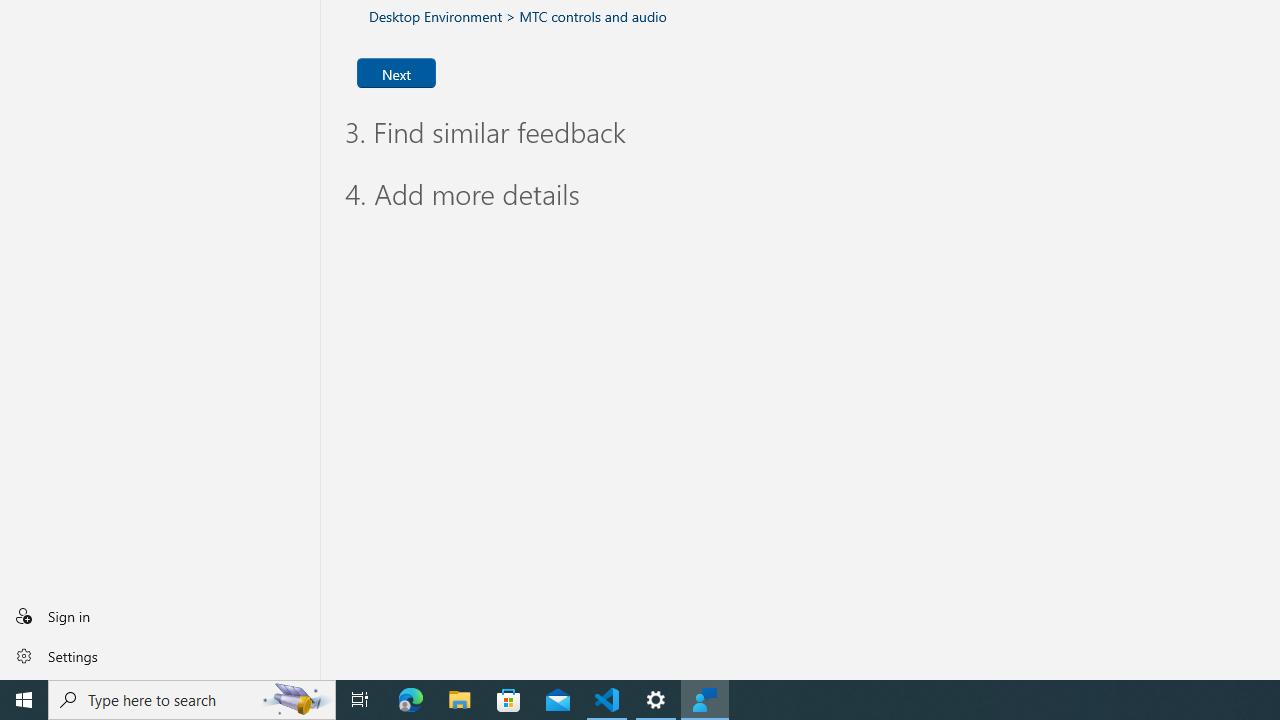  Describe the element at coordinates (509, 698) in the screenshot. I see `'Microsoft Store'` at that location.